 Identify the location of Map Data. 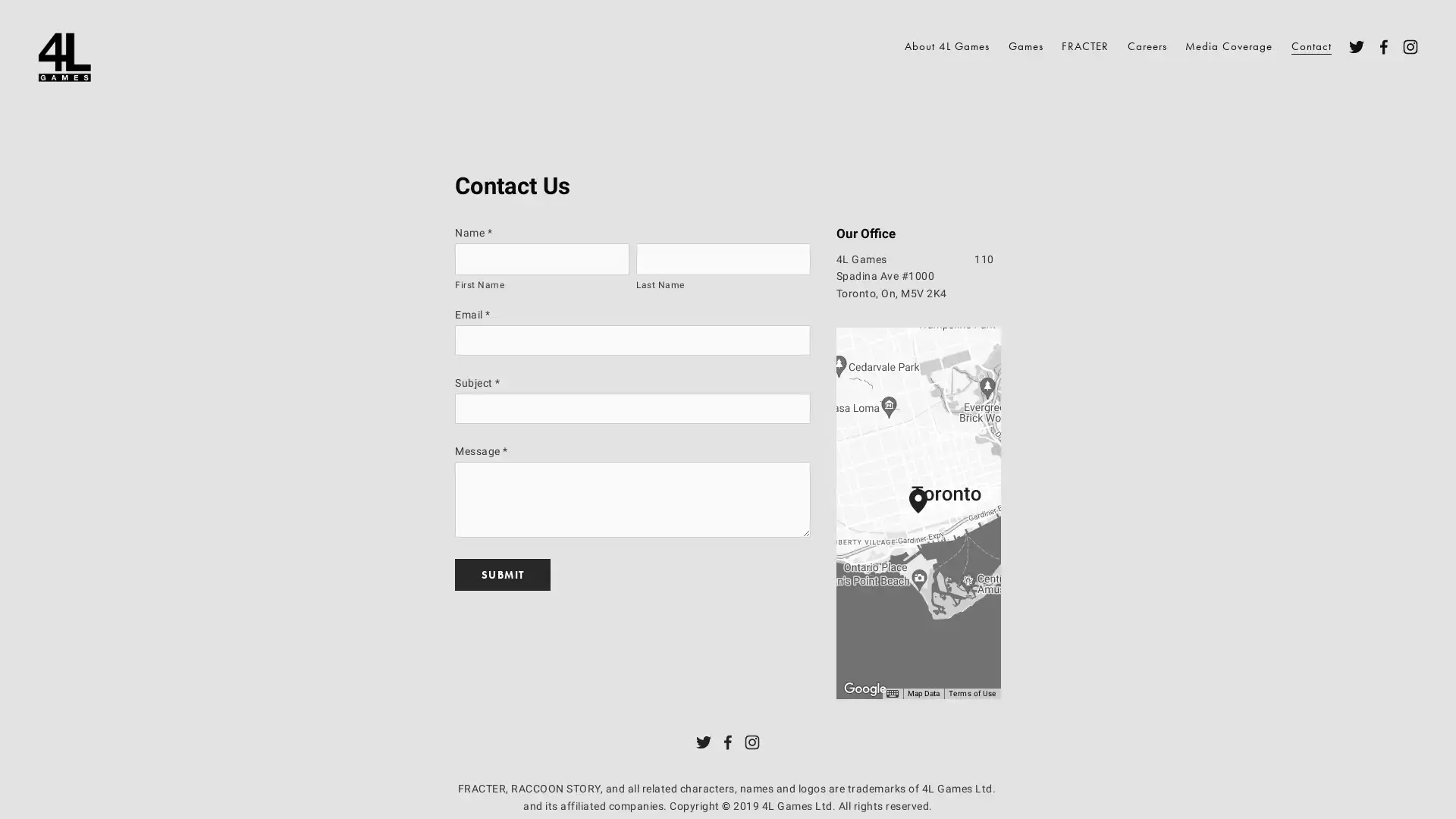
(922, 693).